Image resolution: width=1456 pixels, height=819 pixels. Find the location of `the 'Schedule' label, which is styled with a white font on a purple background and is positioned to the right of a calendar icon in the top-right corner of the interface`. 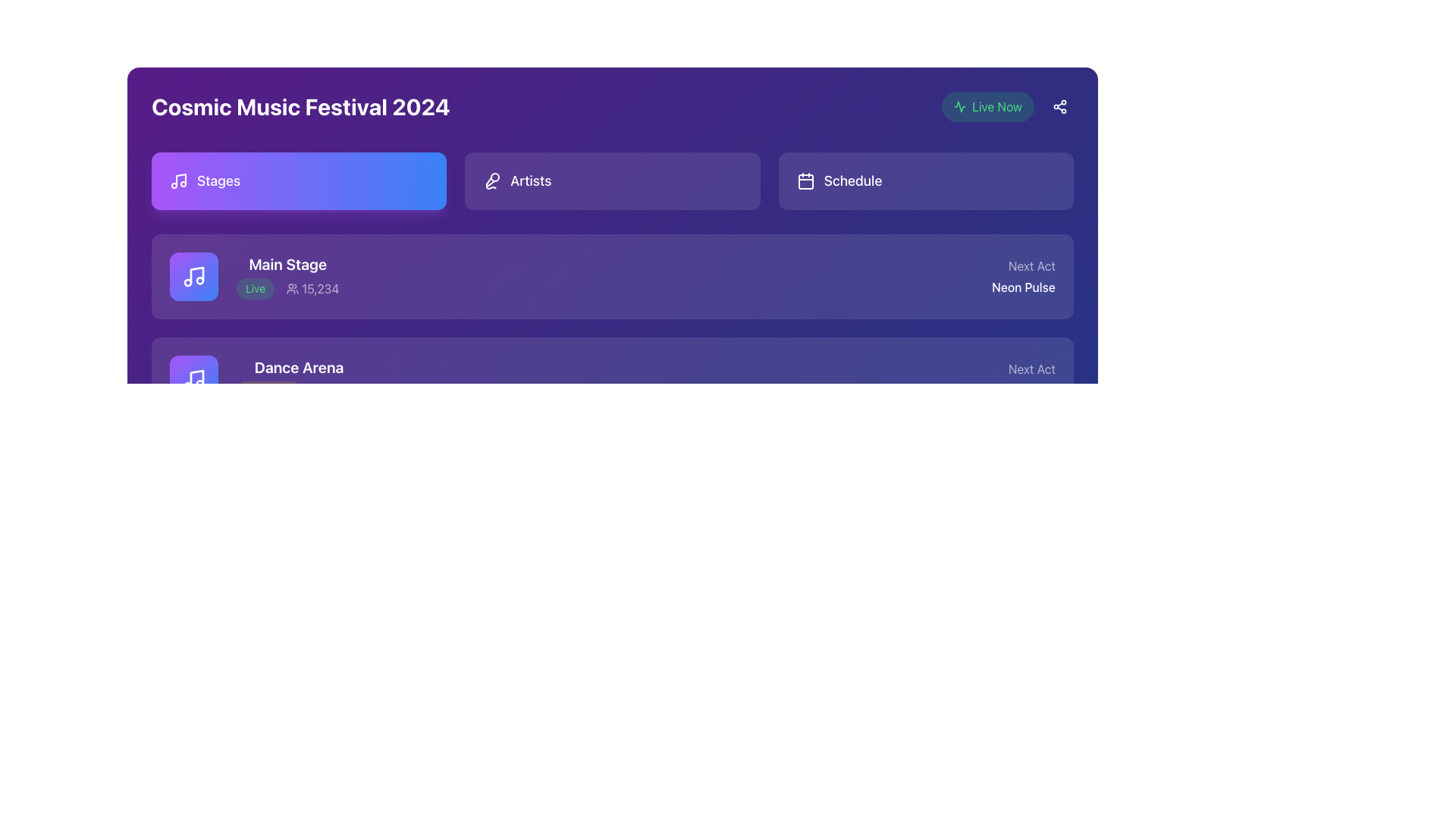

the 'Schedule' label, which is styled with a white font on a purple background and is positioned to the right of a calendar icon in the top-right corner of the interface is located at coordinates (852, 180).